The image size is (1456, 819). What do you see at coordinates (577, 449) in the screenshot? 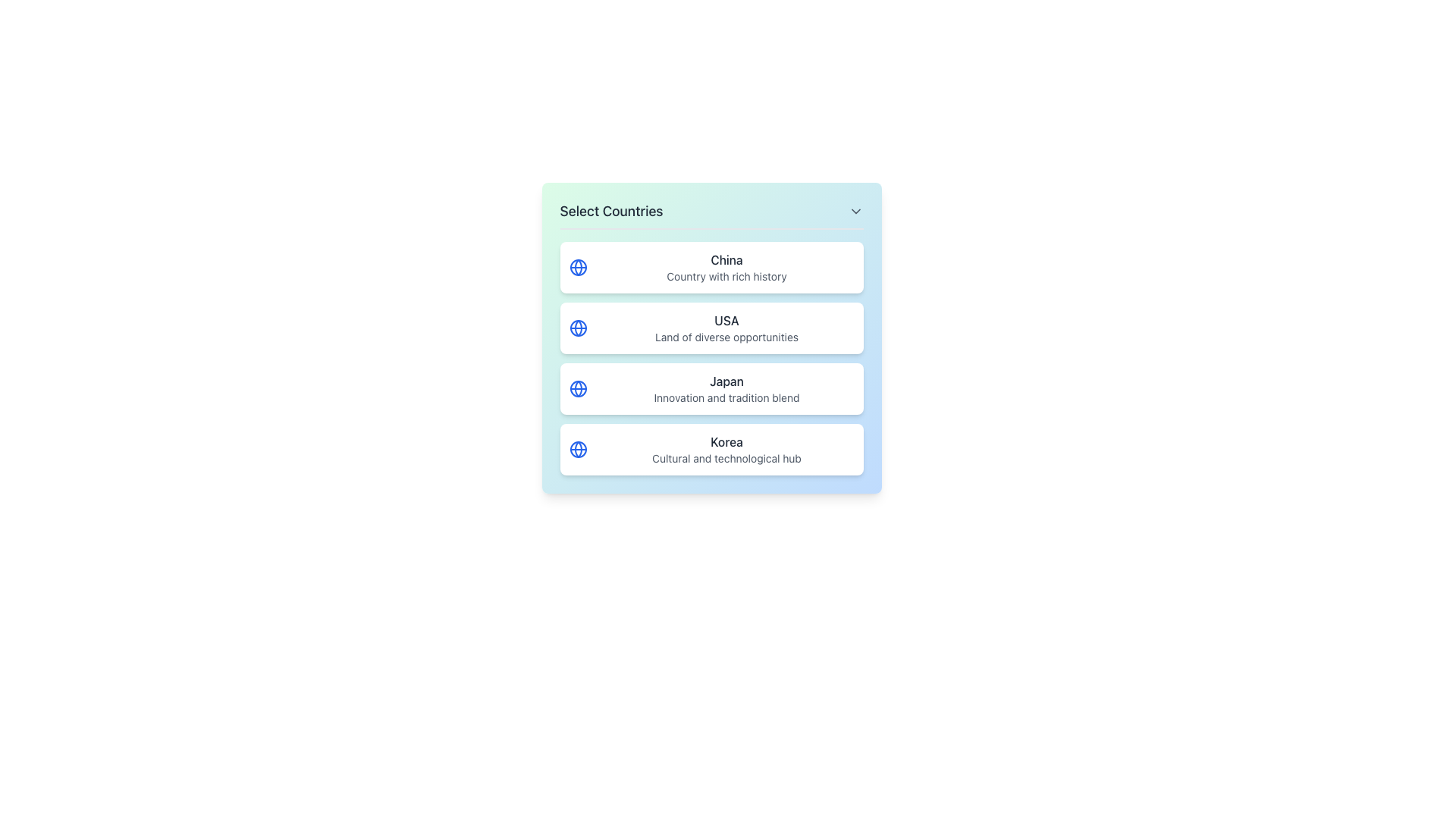
I see `the circular blue outline within the globe icon associated with the first item in the list for 'China'` at bounding box center [577, 449].